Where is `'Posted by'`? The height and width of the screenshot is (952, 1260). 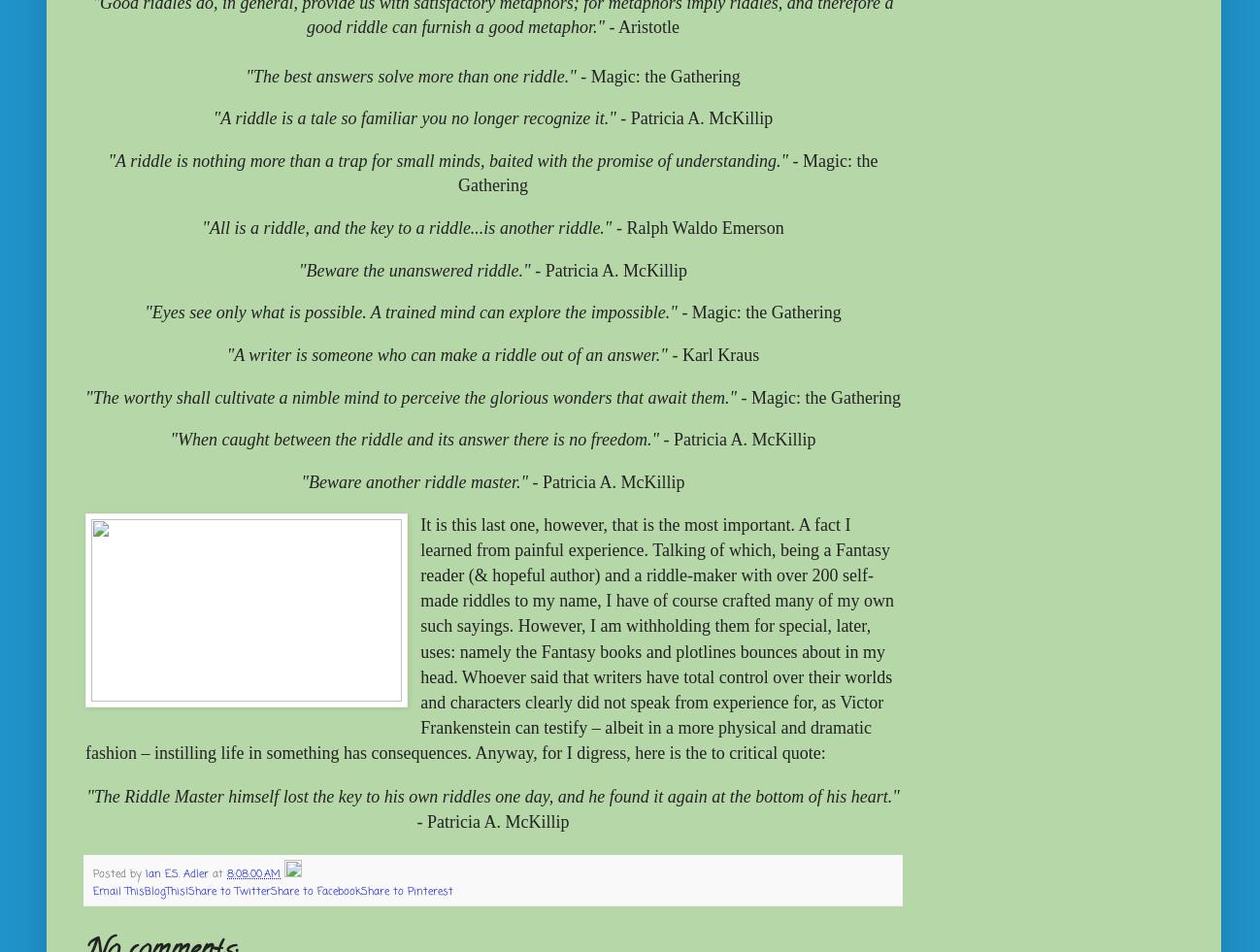 'Posted by' is located at coordinates (119, 874).